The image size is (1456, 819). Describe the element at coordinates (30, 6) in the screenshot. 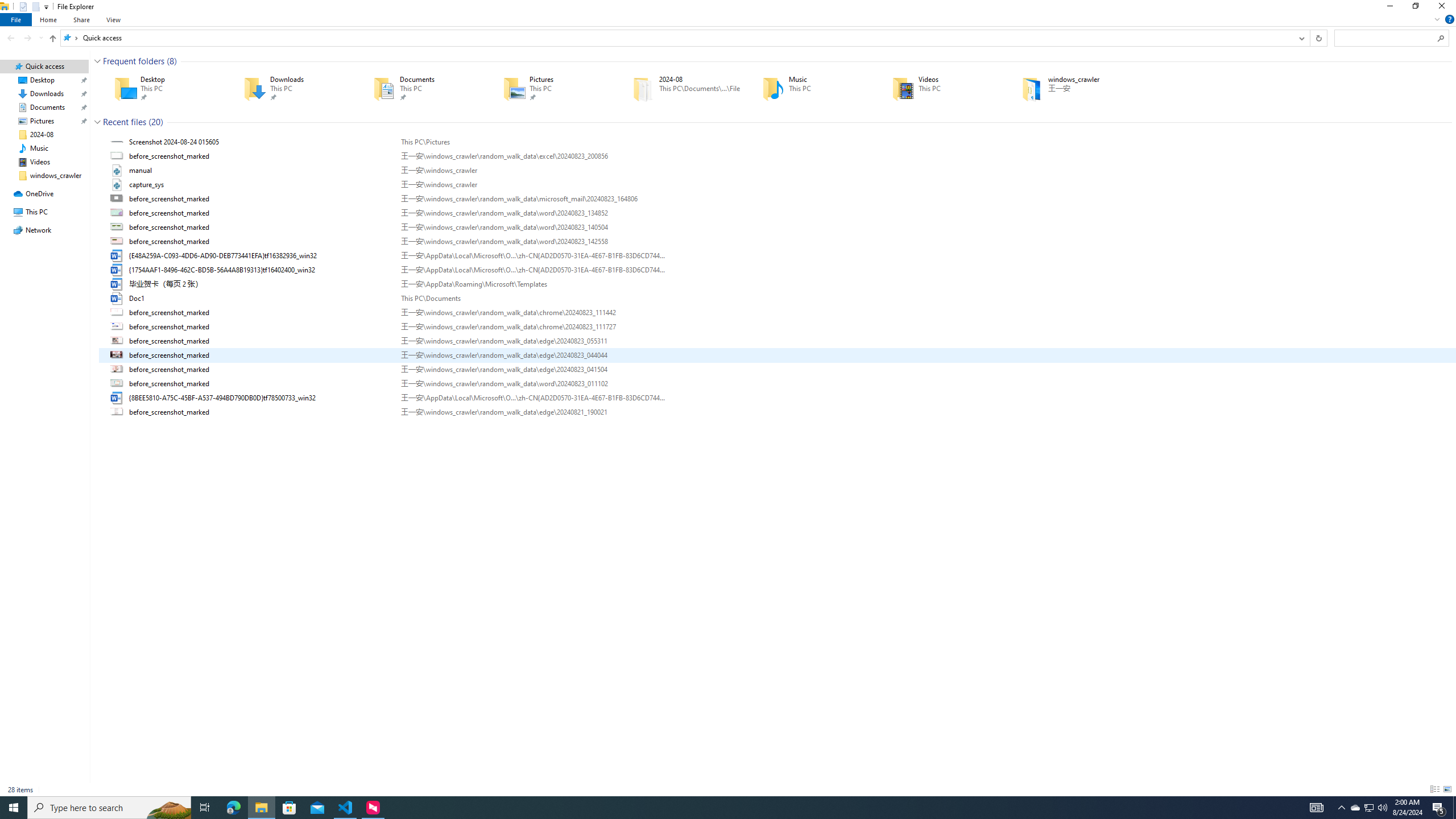

I see `'Quick Access Toolbar'` at that location.